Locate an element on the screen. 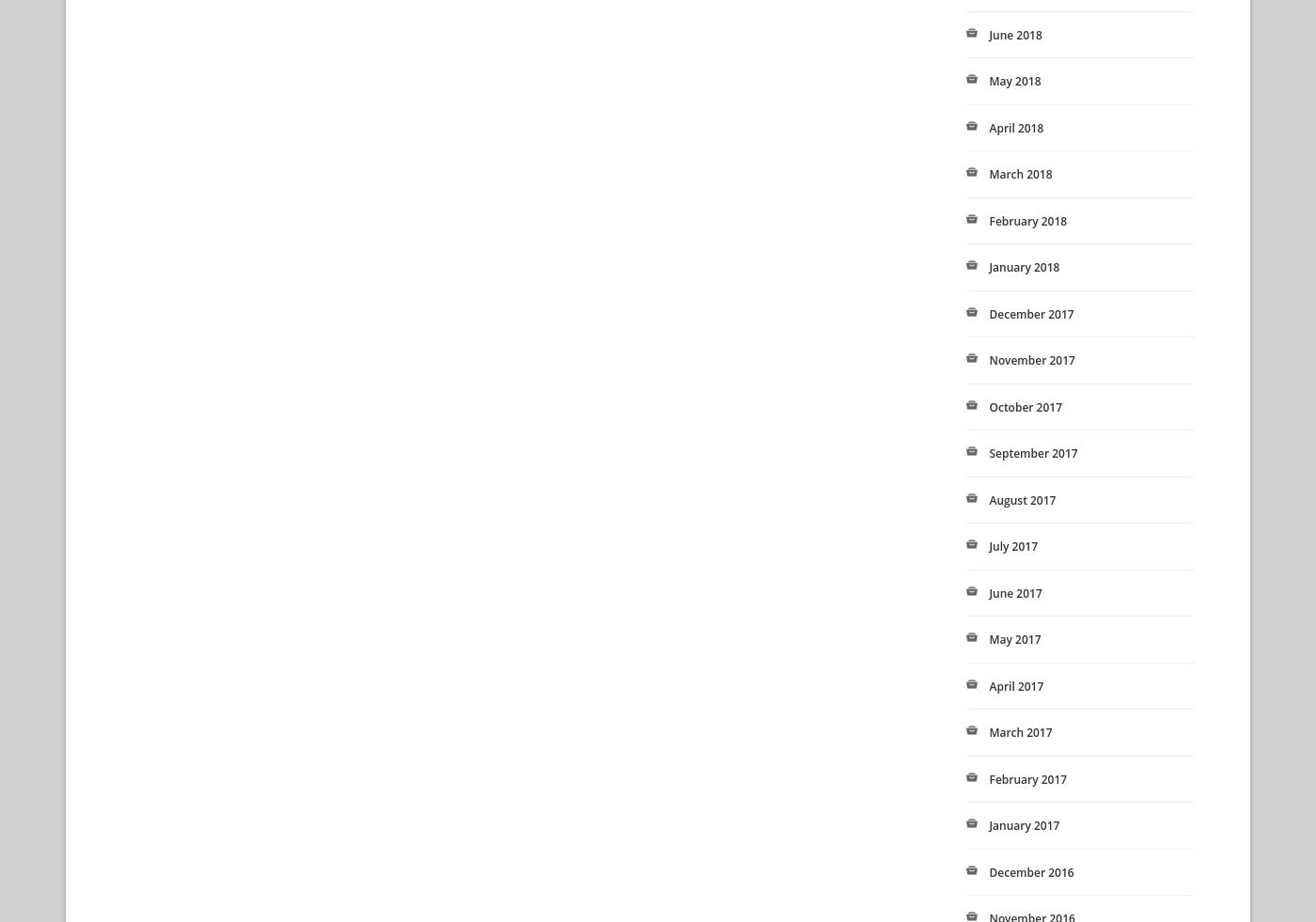 This screenshot has height=922, width=1316. 'August 2017' is located at coordinates (1022, 499).